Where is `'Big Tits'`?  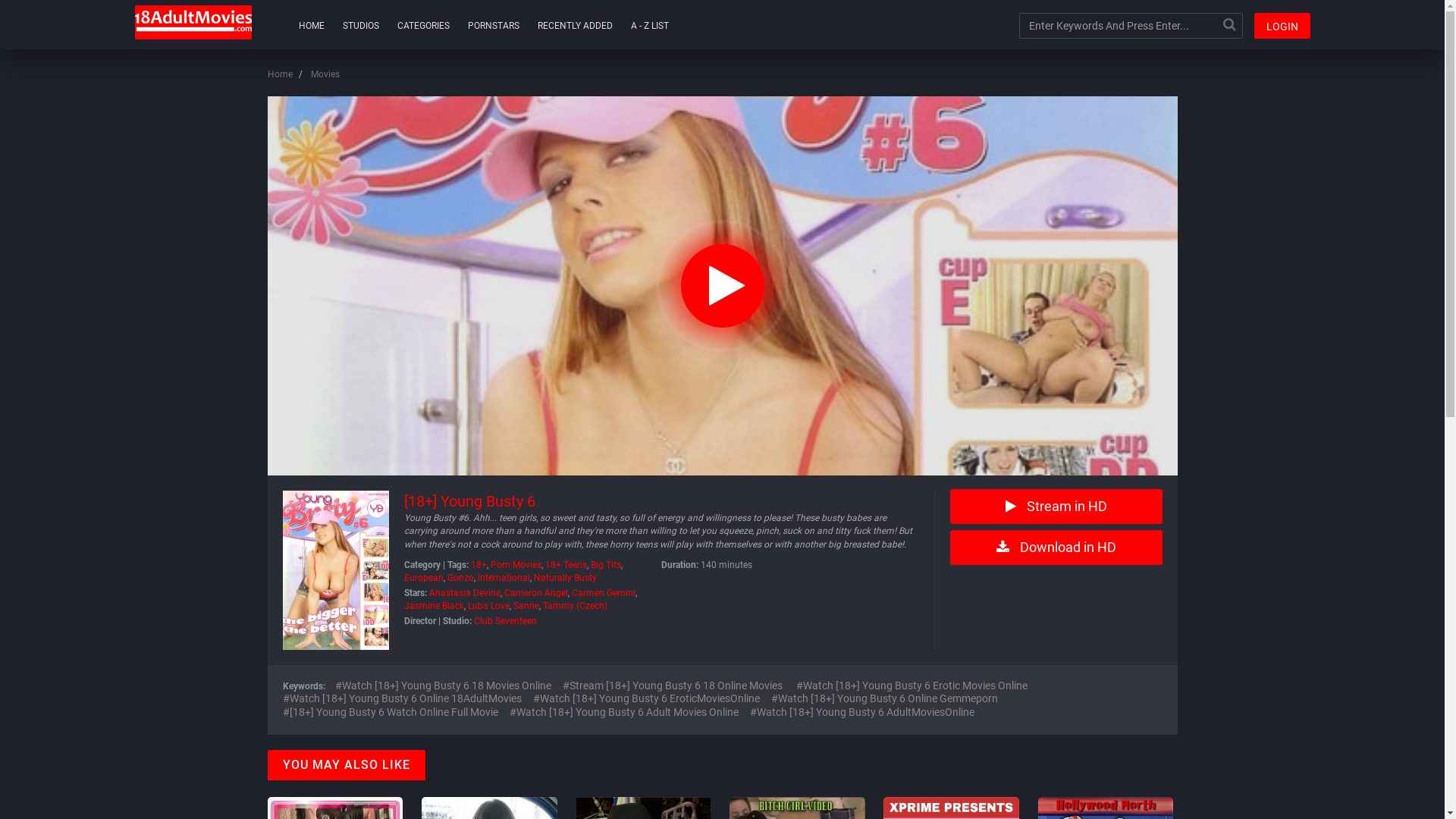 'Big Tits' is located at coordinates (588, 564).